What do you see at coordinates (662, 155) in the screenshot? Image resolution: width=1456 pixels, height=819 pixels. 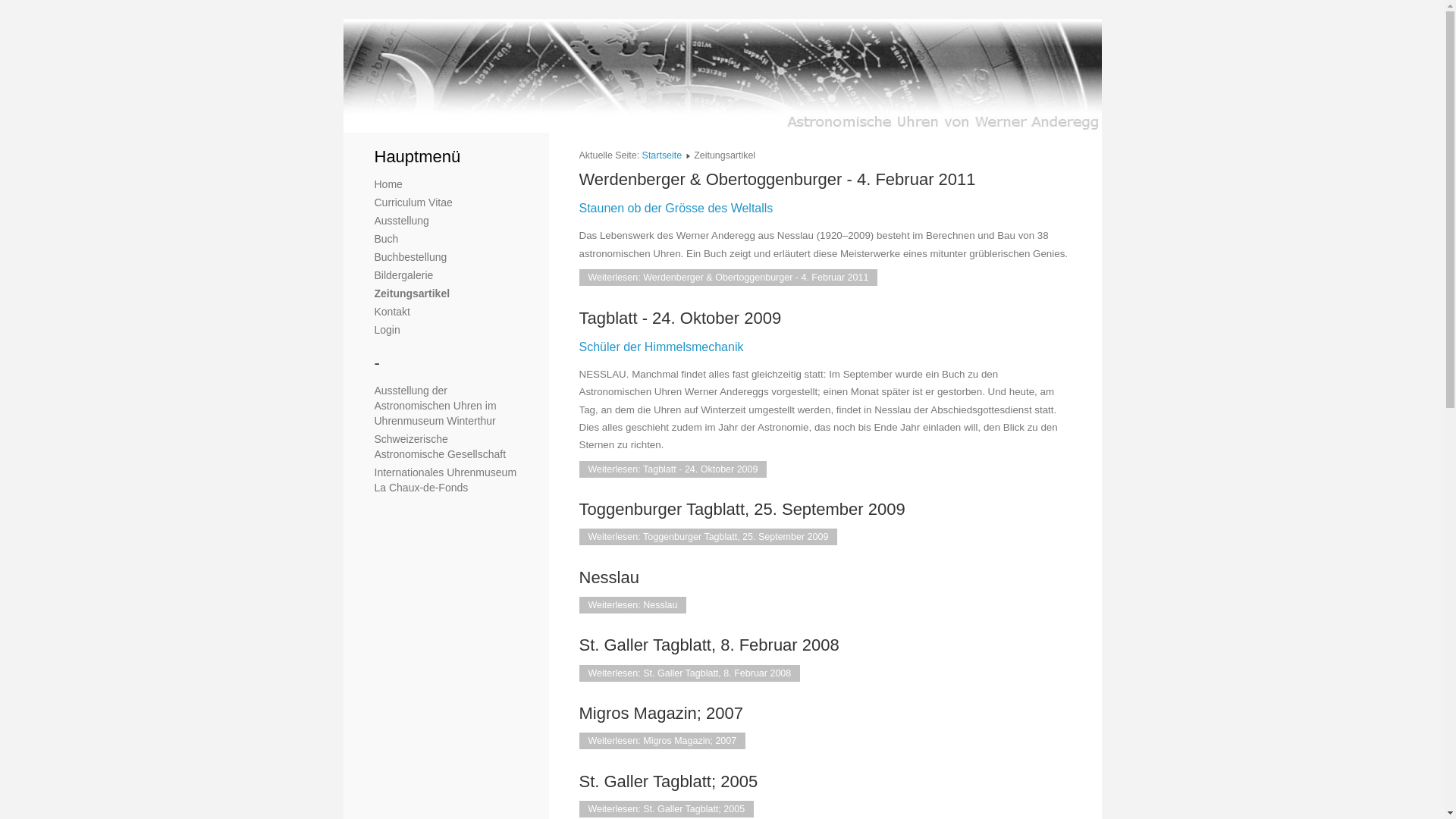 I see `'Startseite'` at bounding box center [662, 155].